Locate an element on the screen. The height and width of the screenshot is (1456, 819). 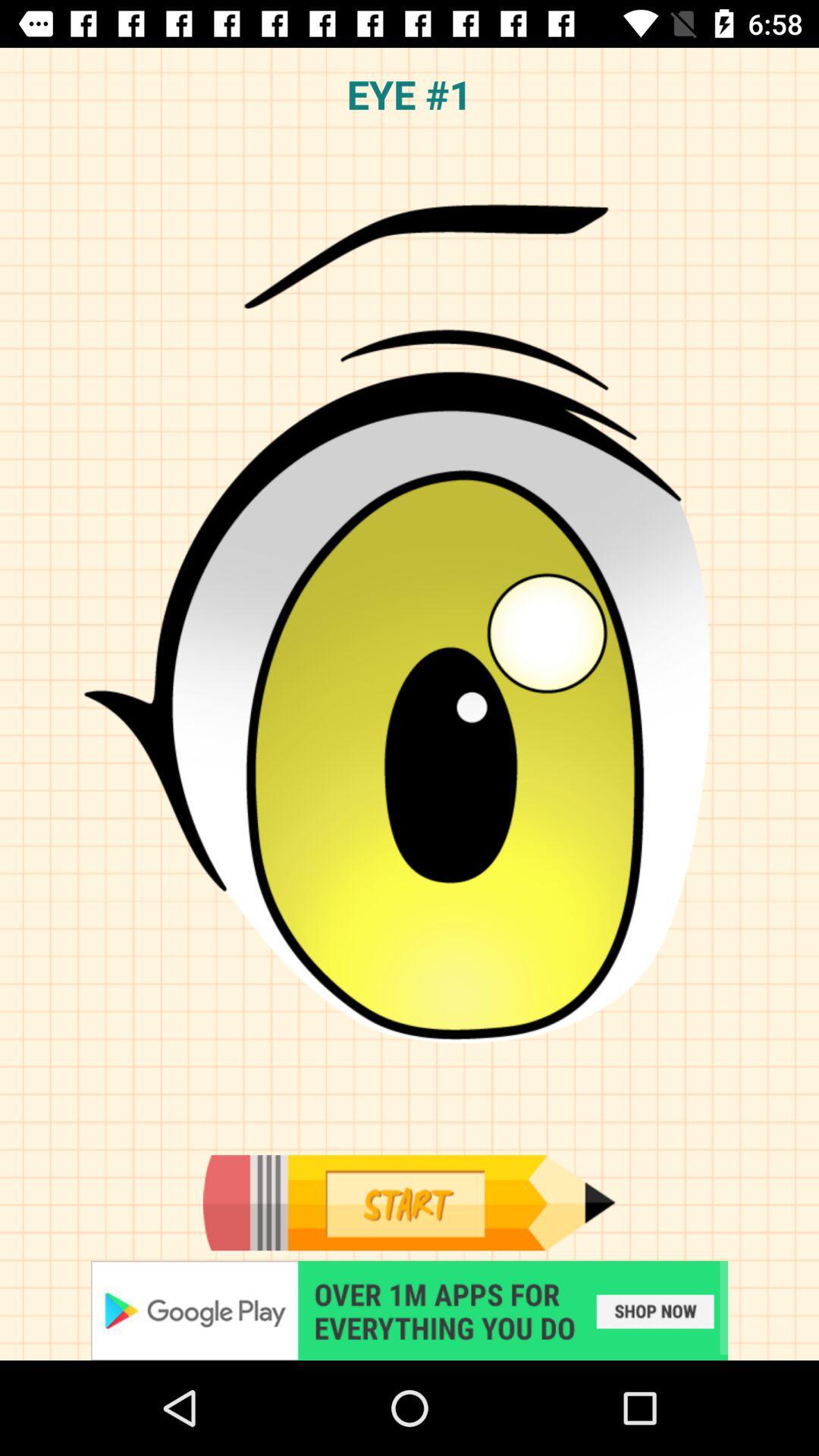
start putturn is located at coordinates (408, 1202).